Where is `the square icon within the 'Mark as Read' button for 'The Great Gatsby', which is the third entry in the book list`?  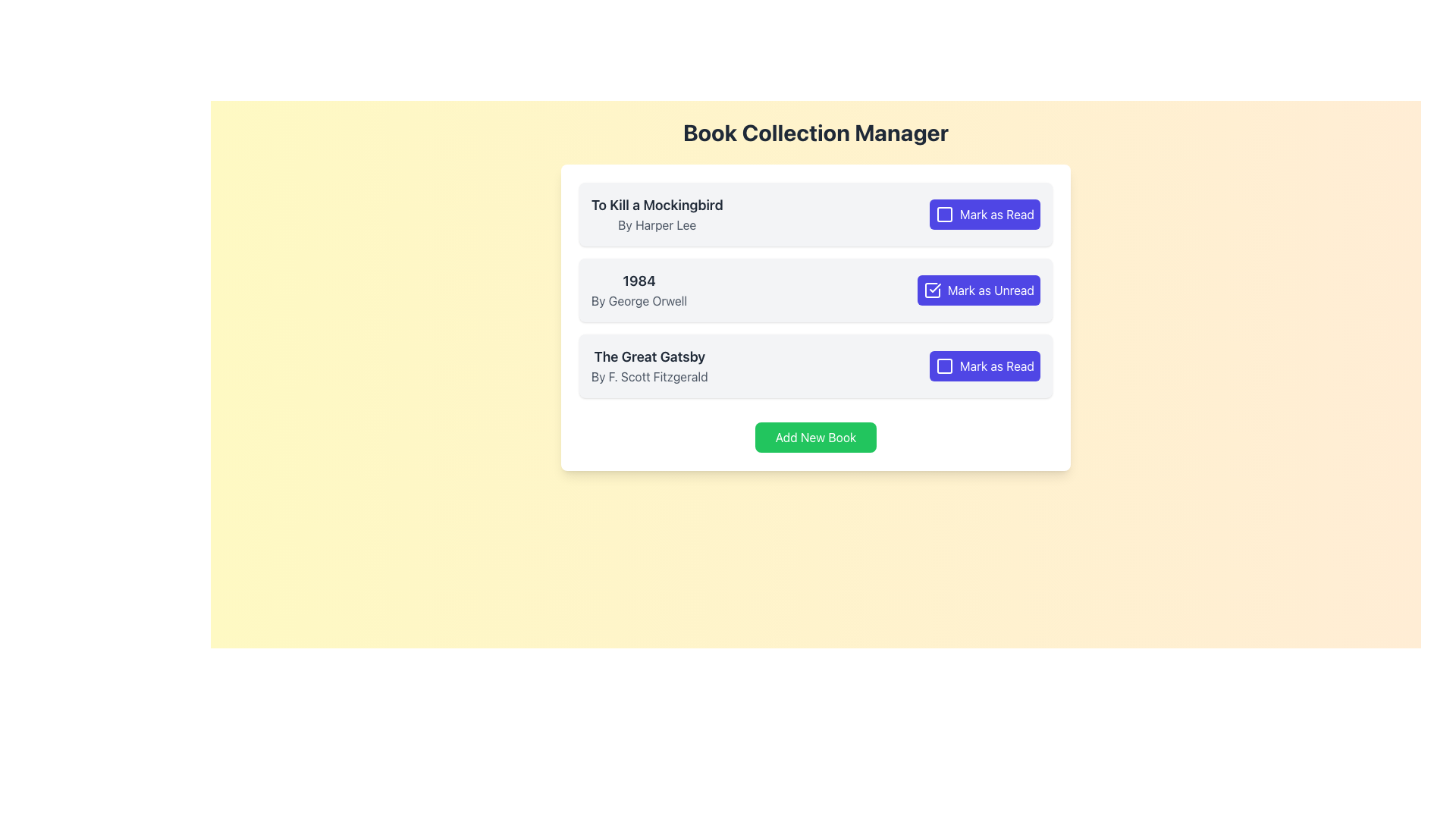 the square icon within the 'Mark as Read' button for 'The Great Gatsby', which is the third entry in the book list is located at coordinates (943, 366).